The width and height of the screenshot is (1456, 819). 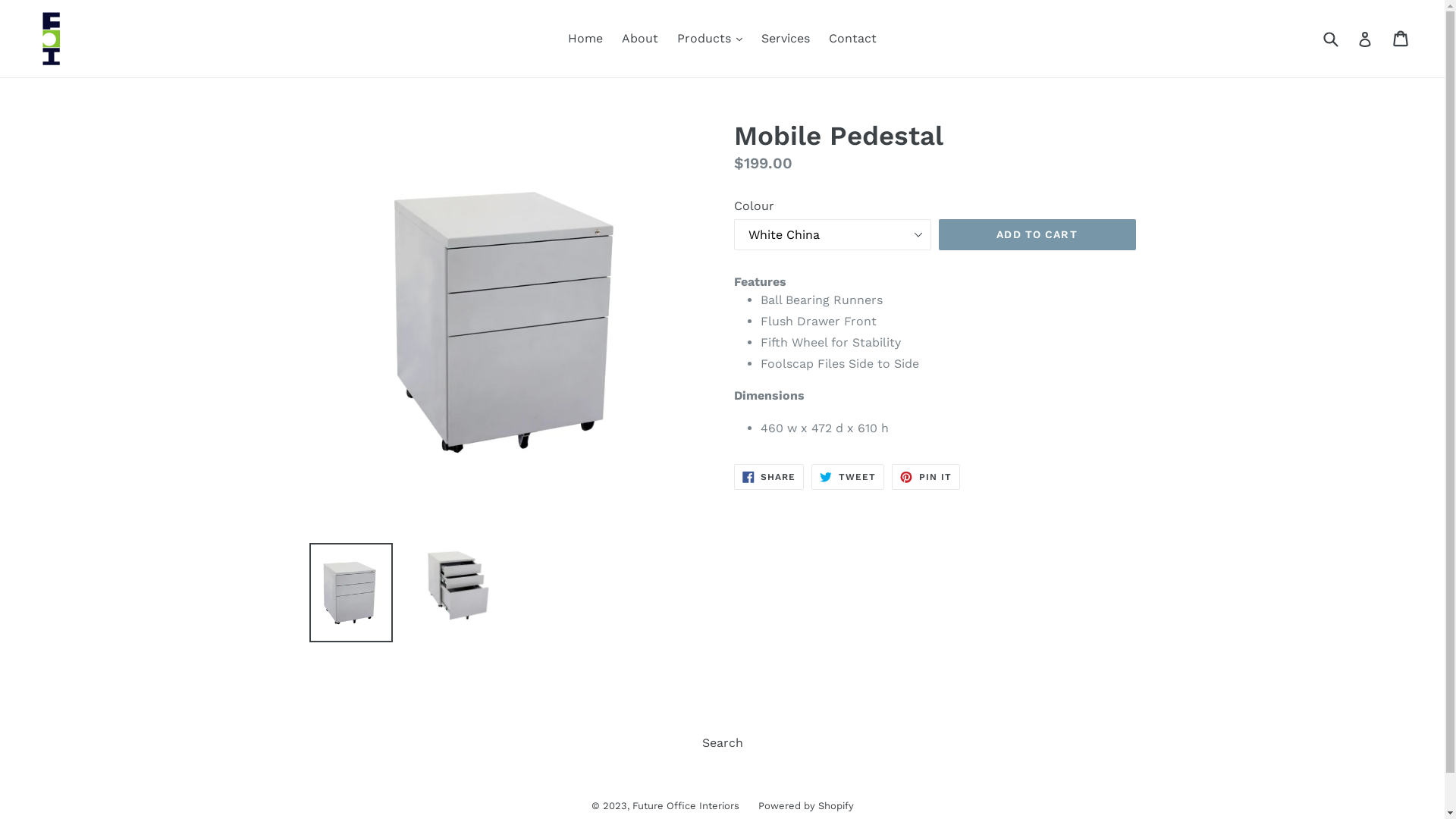 I want to click on 'Powered by Shopify', so click(x=805, y=805).